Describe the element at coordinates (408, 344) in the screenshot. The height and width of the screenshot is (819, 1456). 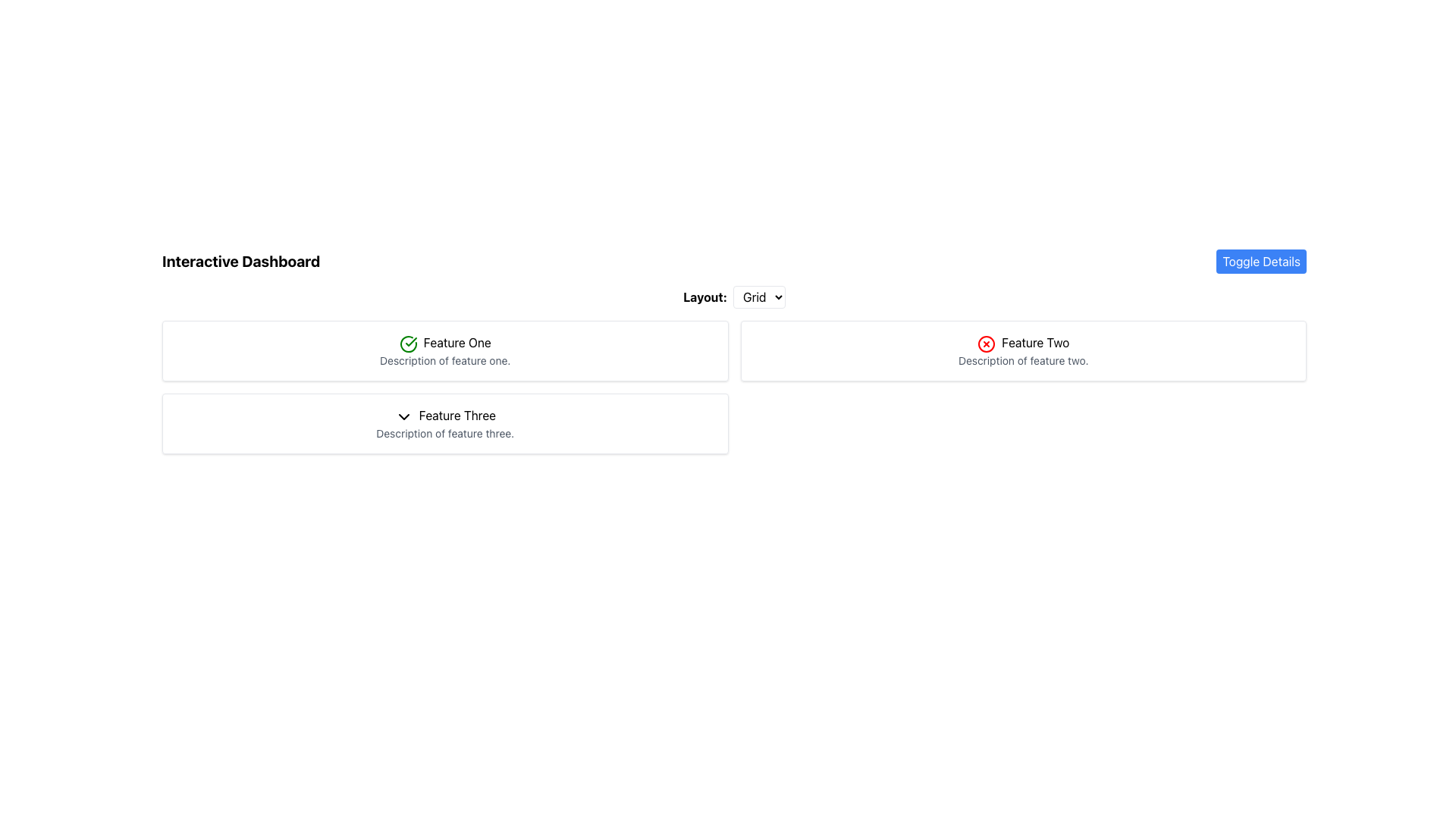
I see `the green stroke section of the circular checkmark icon located near the heading 'Feature One' on the dashboard` at that location.